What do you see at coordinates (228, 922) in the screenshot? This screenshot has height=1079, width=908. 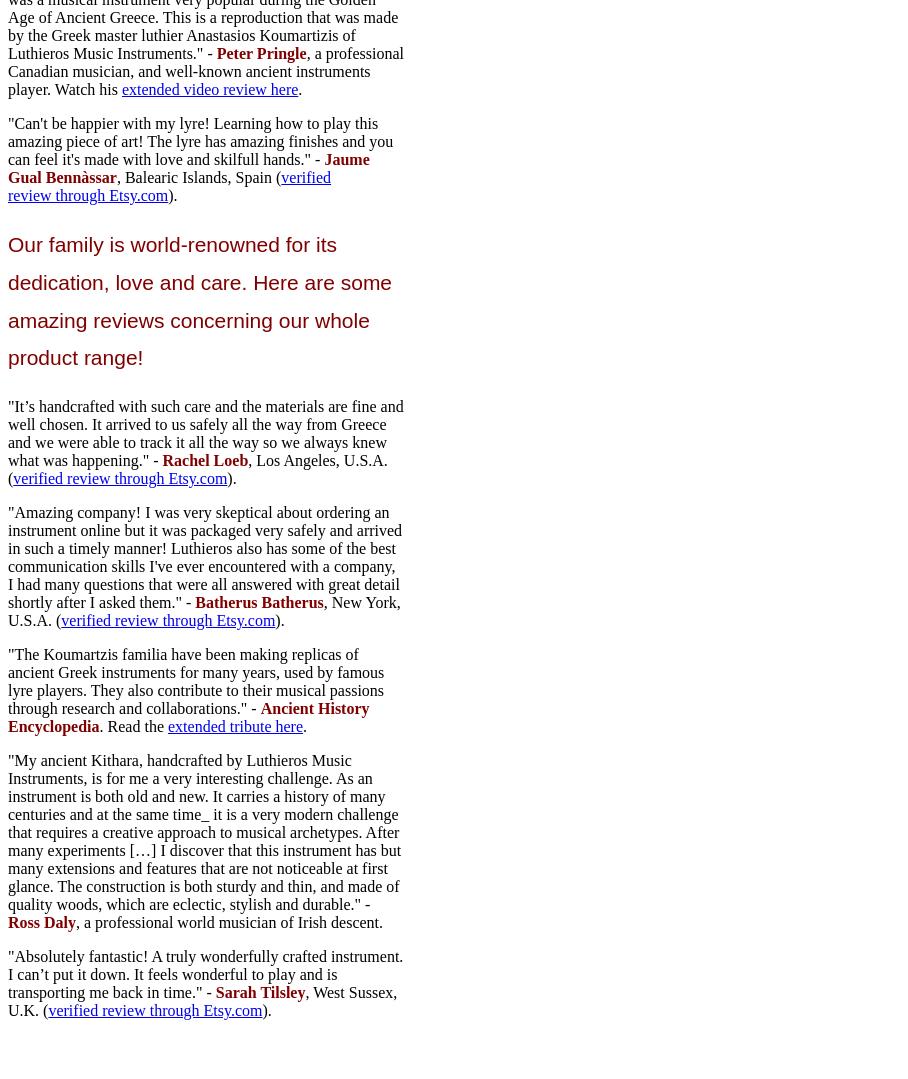 I see `', a professional world musician of Irish descent.'` at bounding box center [228, 922].